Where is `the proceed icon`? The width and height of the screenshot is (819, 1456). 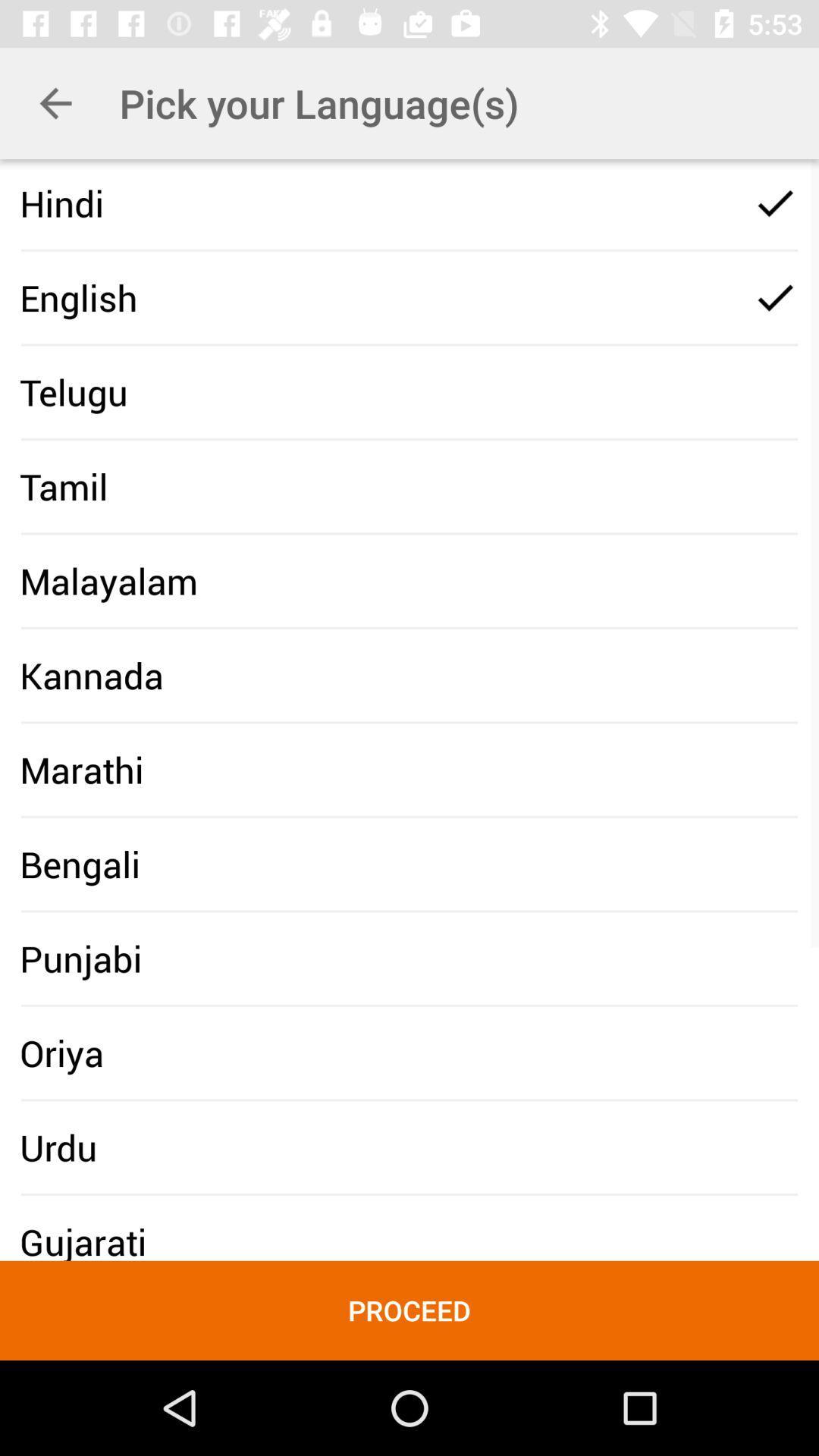
the proceed icon is located at coordinates (409, 1310).